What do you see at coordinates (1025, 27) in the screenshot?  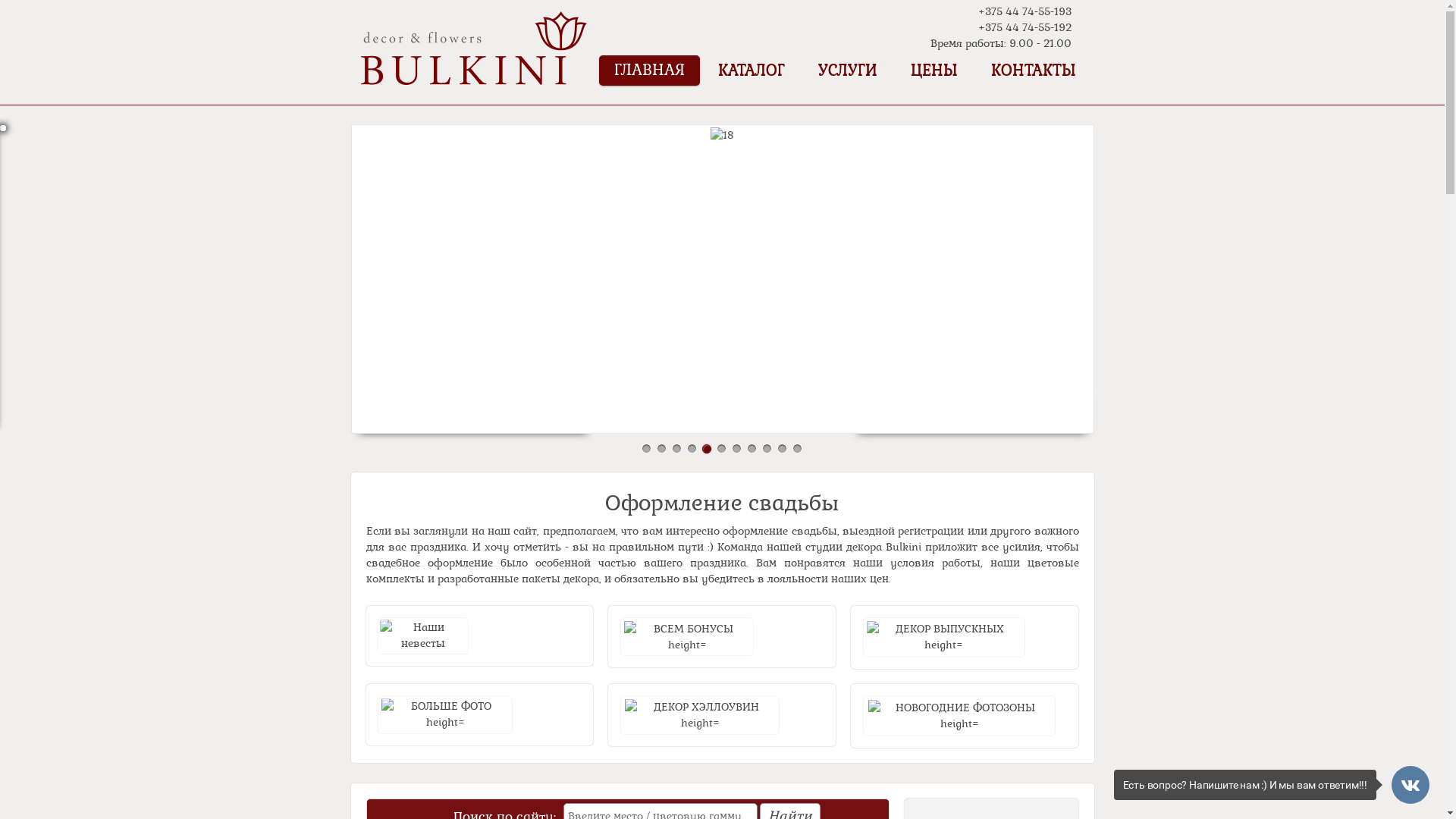 I see `'+375 44 74-55-192'` at bounding box center [1025, 27].